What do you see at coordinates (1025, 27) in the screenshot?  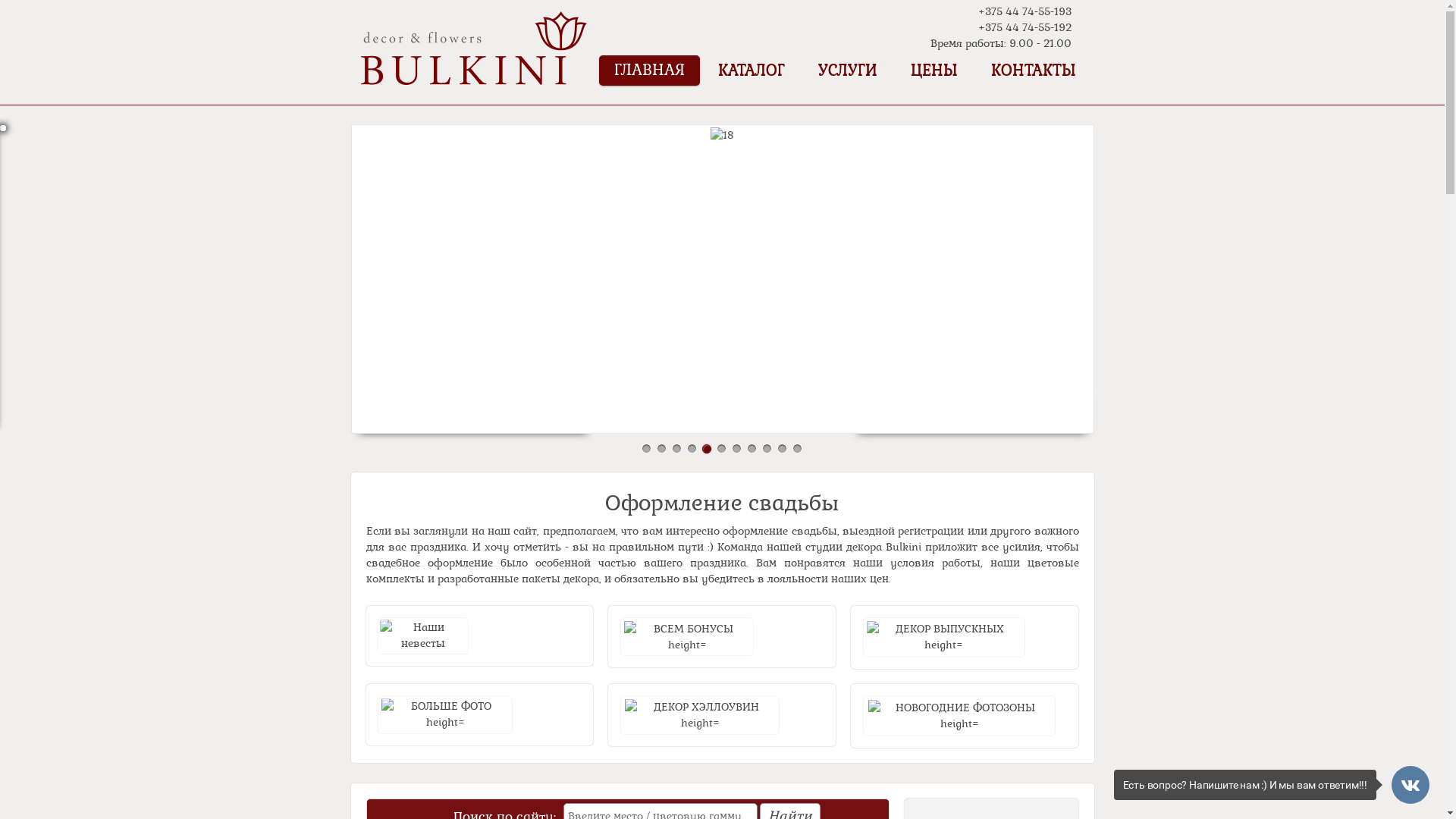 I see `'+375 44 74-55-192'` at bounding box center [1025, 27].